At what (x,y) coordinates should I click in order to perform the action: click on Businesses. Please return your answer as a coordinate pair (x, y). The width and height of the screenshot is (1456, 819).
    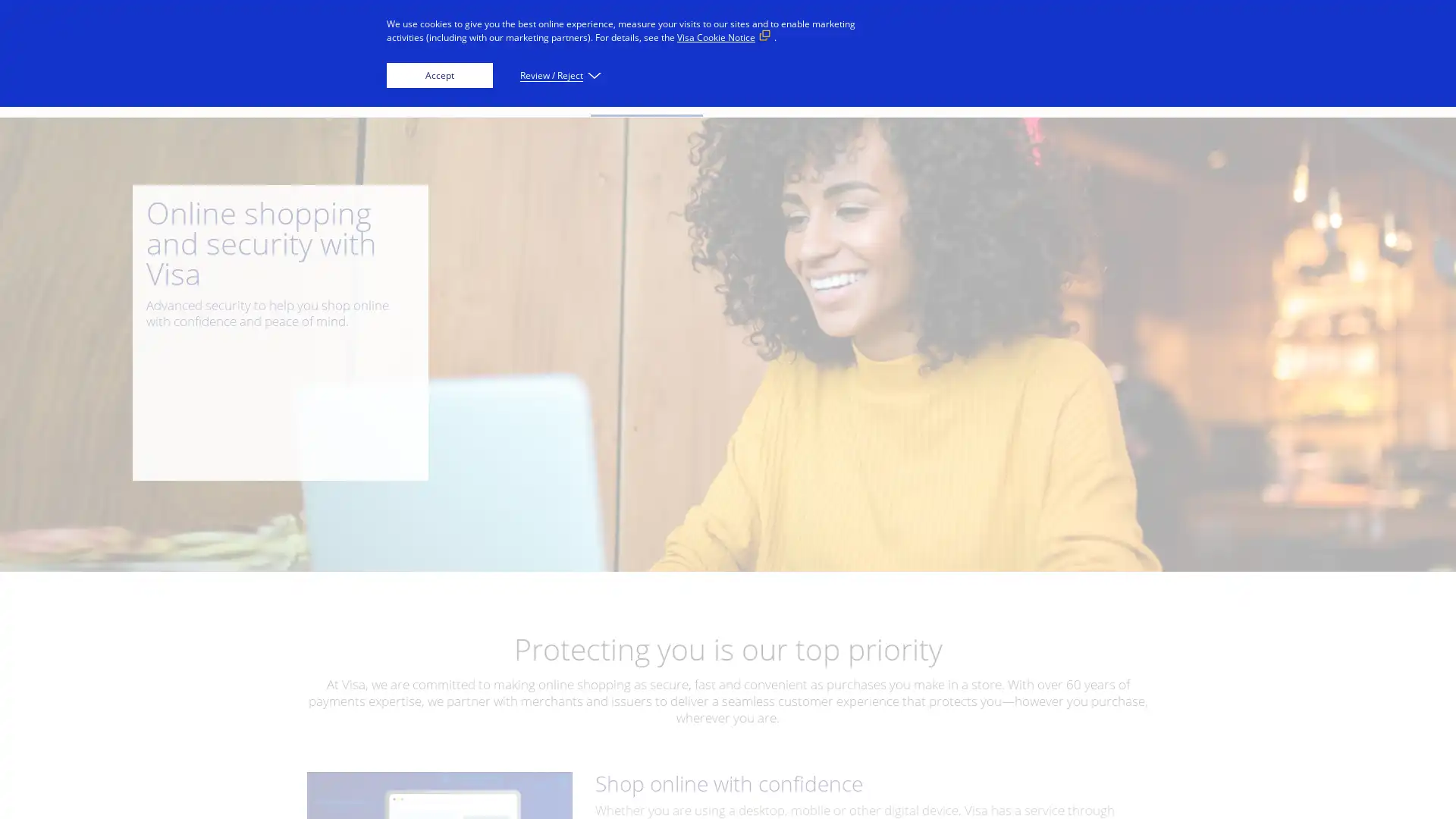
    Looking at the image, I should click on (714, 40).